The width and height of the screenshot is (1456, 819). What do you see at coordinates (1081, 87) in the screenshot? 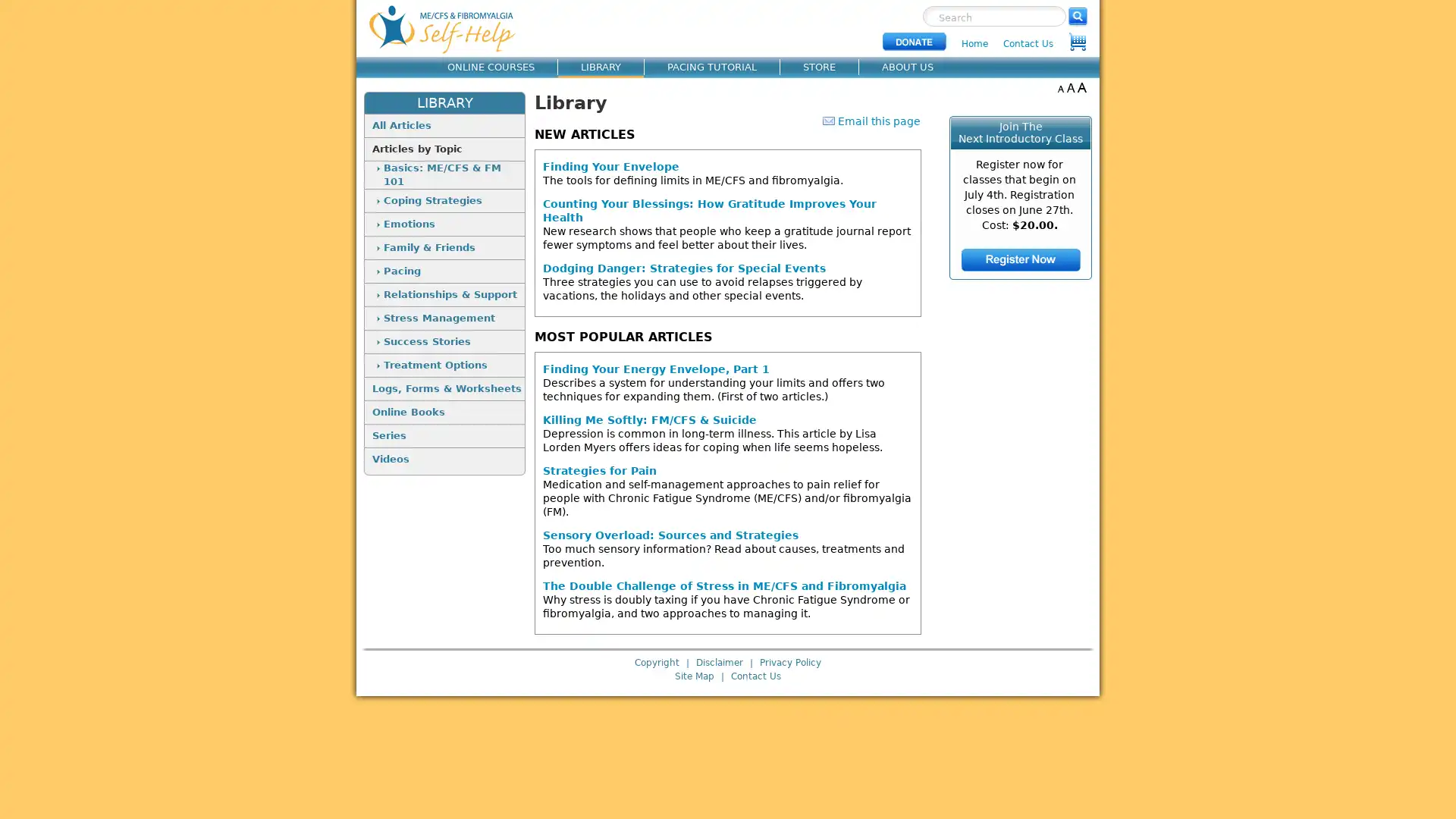
I see `A` at bounding box center [1081, 87].